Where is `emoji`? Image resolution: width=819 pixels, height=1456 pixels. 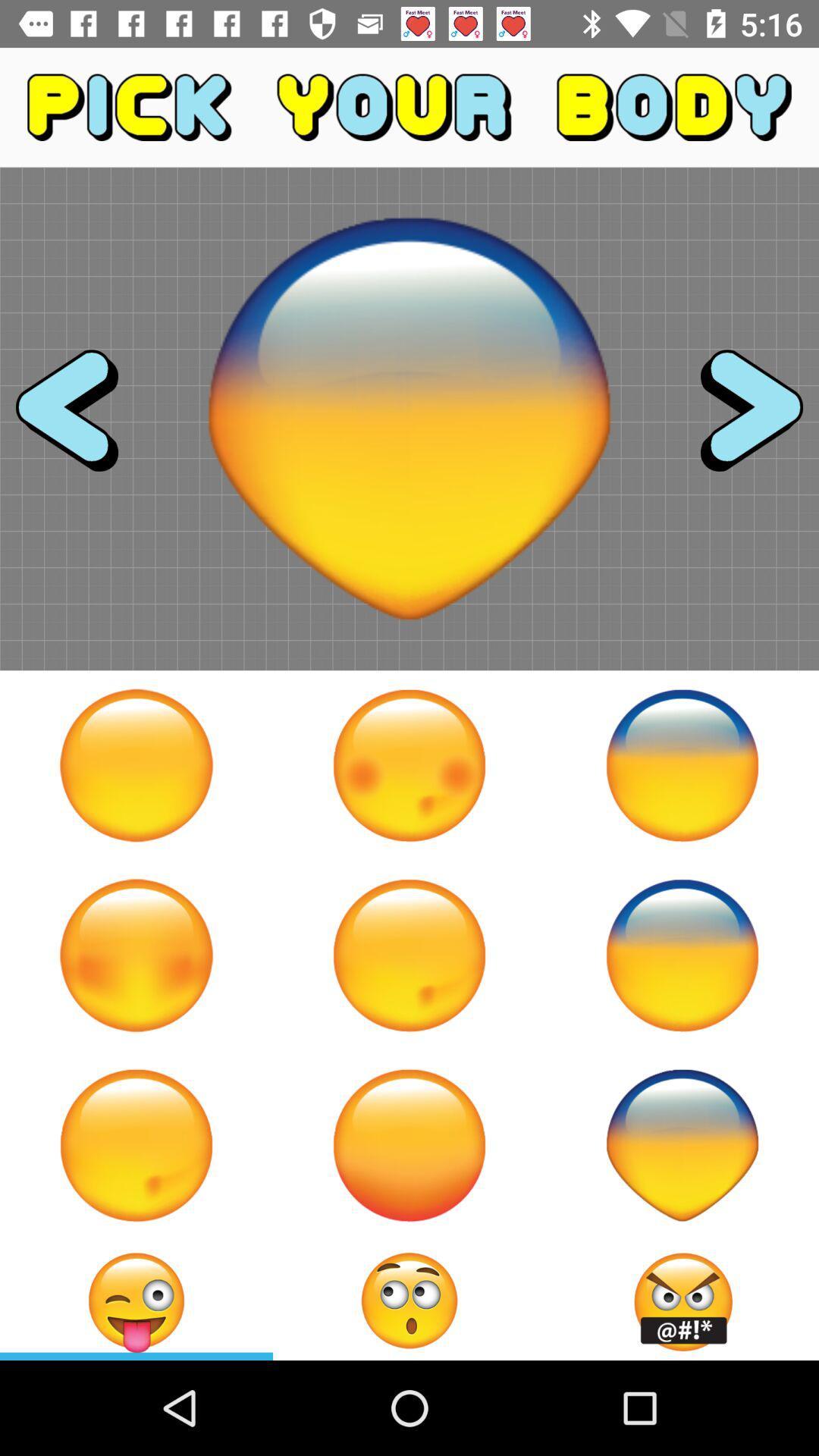 emoji is located at coordinates (681, 765).